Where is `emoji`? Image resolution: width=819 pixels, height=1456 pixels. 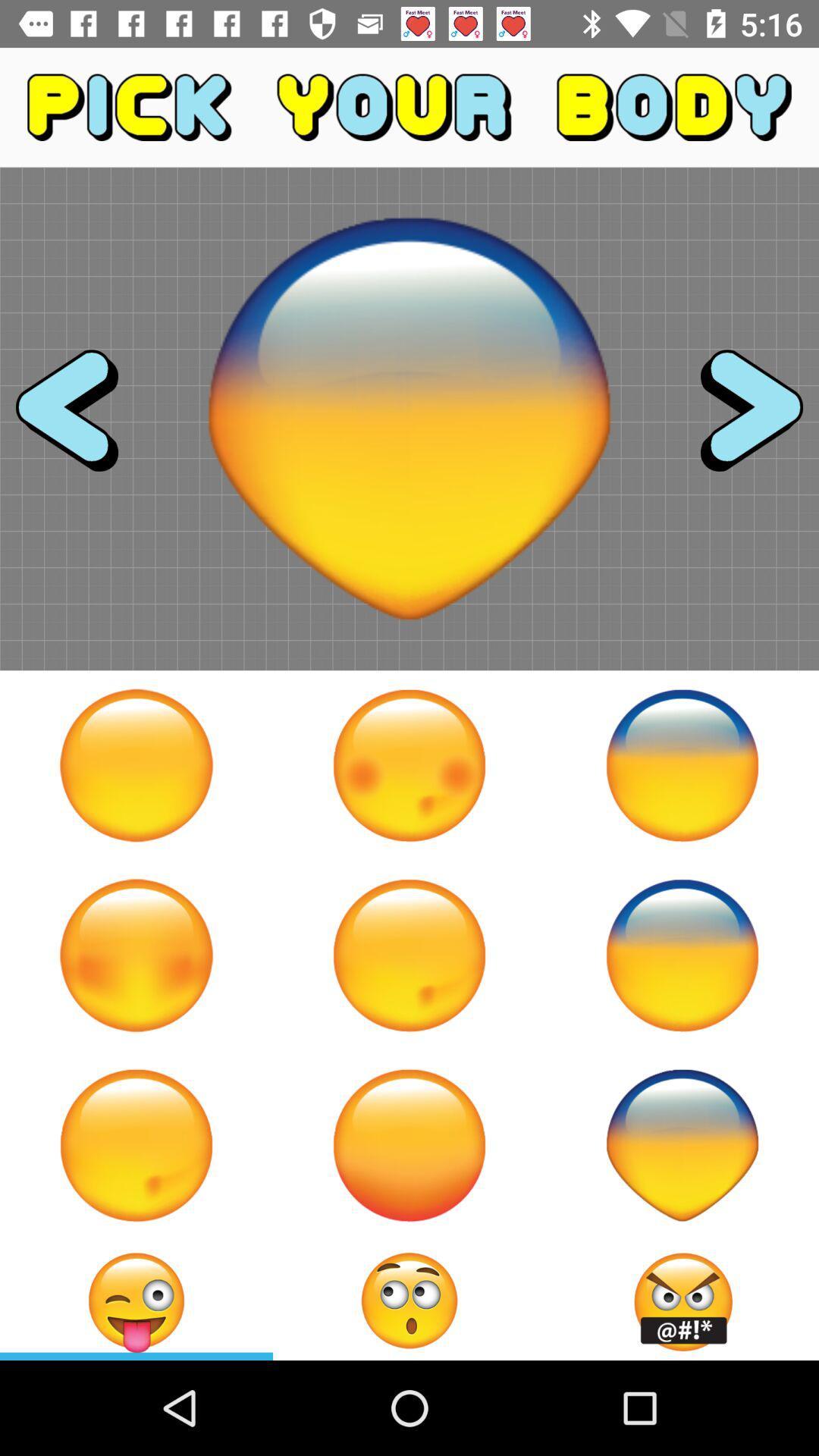 emoji is located at coordinates (681, 765).